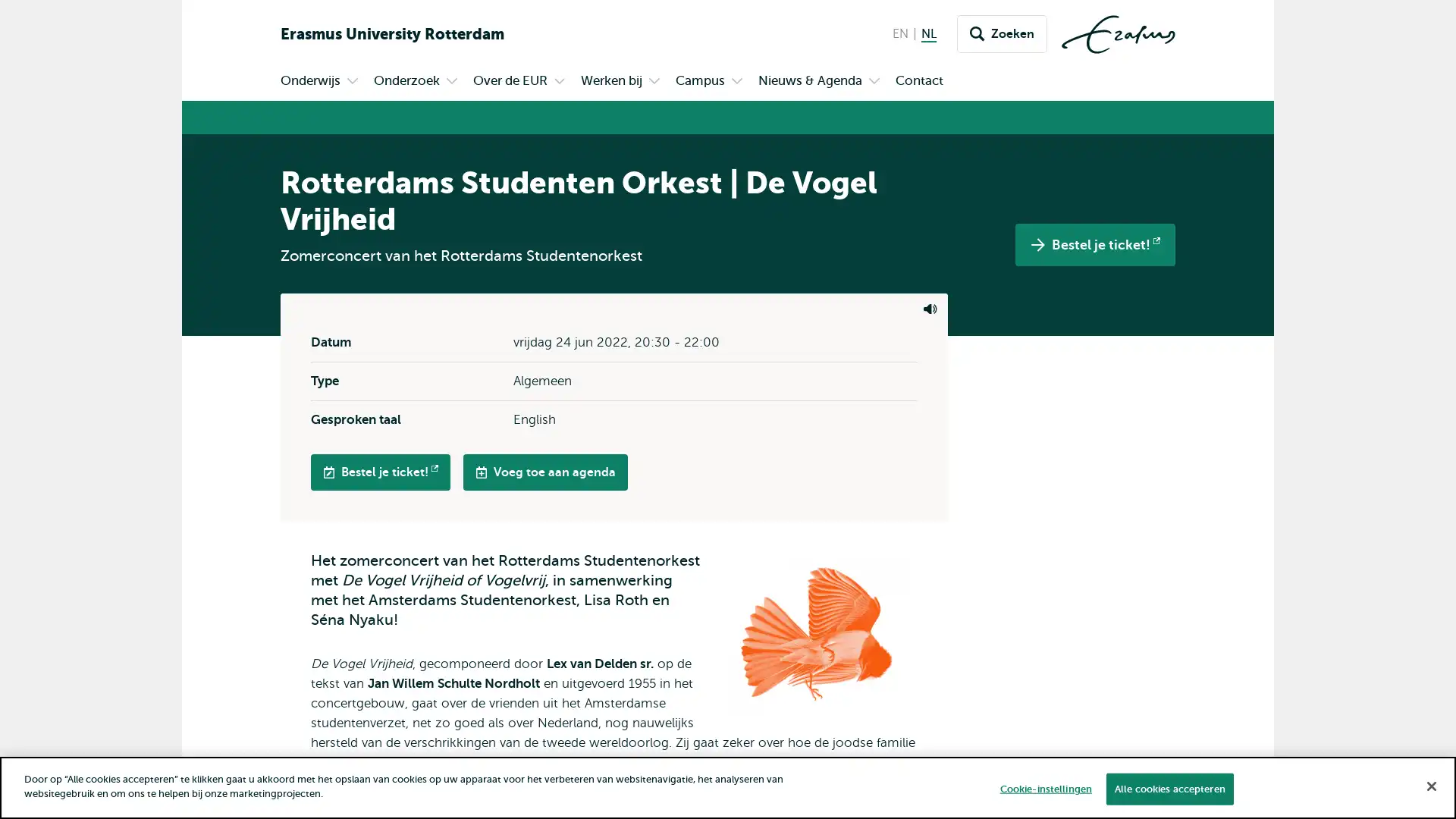 This screenshot has width=1456, height=819. What do you see at coordinates (1002, 34) in the screenshot?
I see `Zoeken` at bounding box center [1002, 34].